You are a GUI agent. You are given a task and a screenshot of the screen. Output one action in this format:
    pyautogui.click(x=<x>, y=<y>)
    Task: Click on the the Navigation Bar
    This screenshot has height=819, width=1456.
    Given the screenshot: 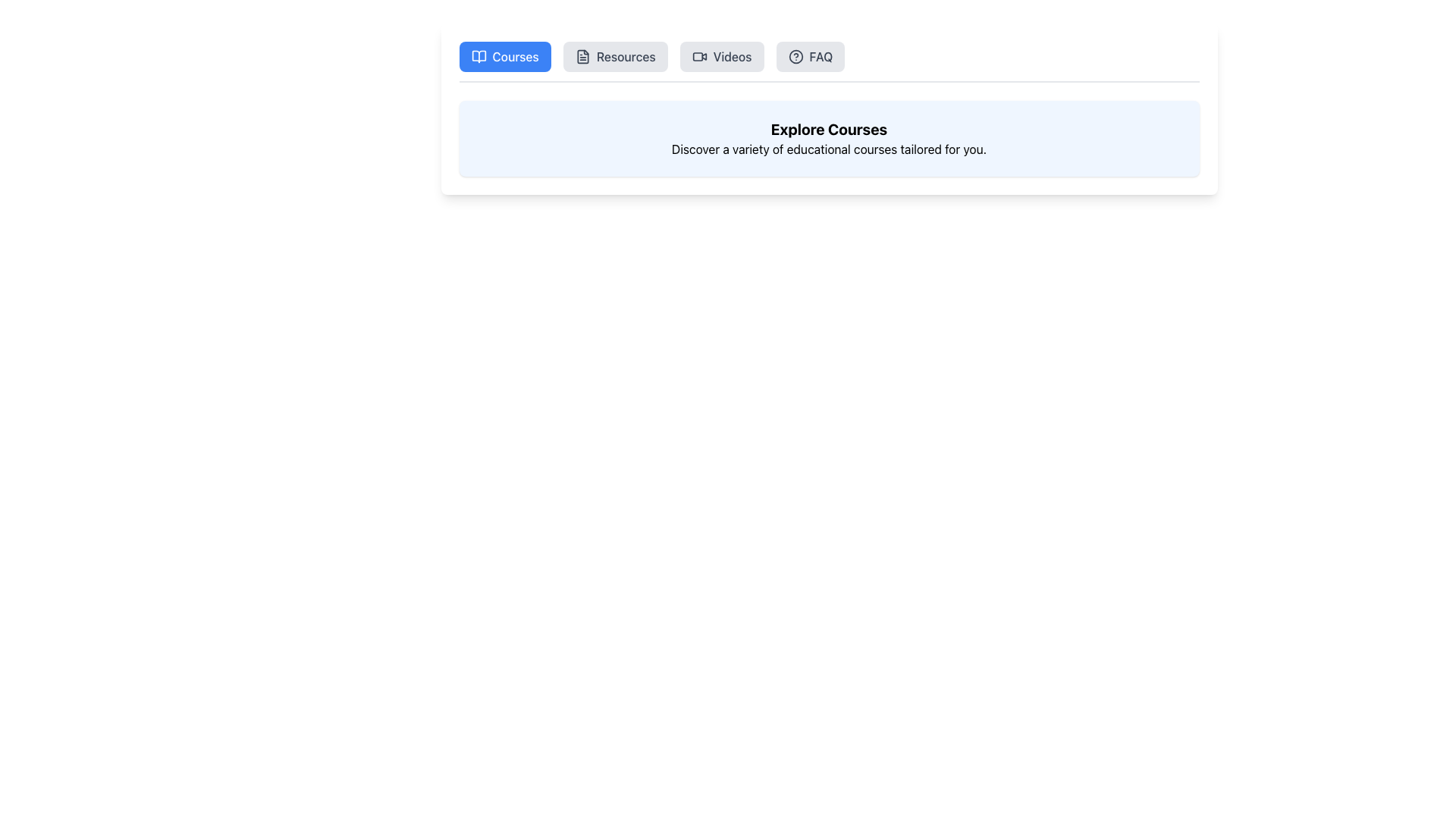 What is the action you would take?
    pyautogui.click(x=828, y=61)
    